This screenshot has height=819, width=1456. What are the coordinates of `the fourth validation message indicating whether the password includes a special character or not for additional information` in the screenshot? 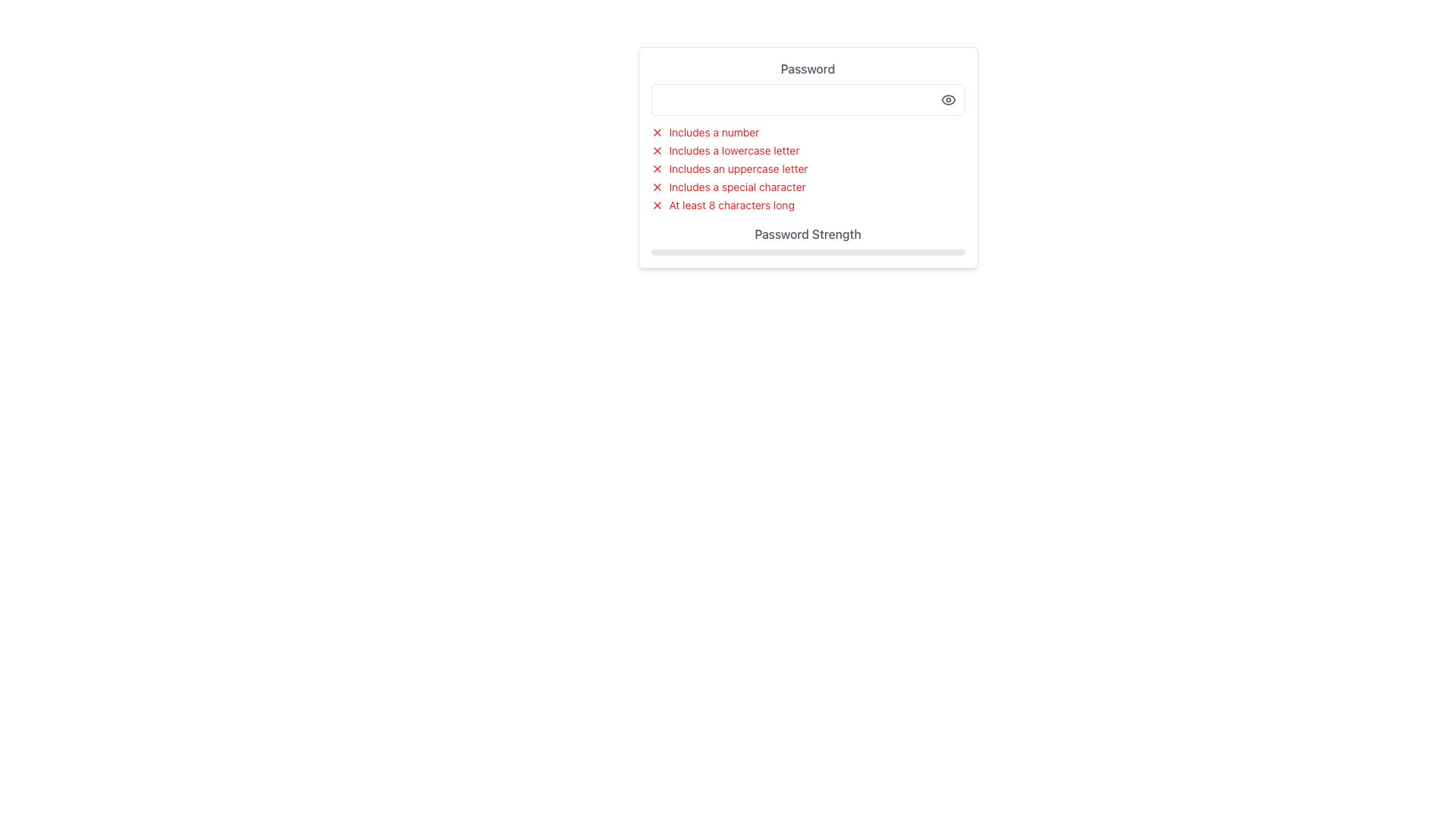 It's located at (807, 186).